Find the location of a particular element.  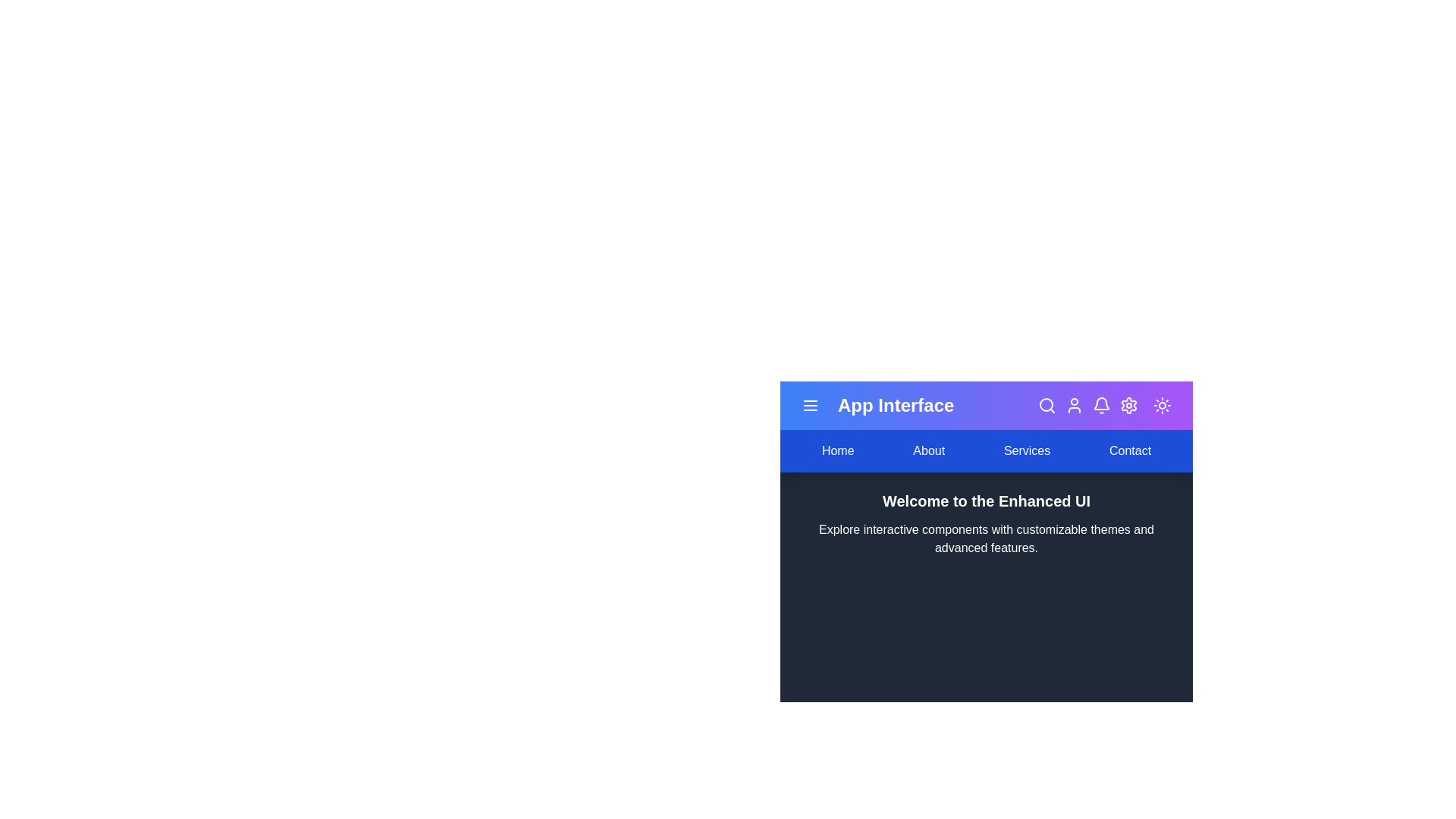

the navigation link labeled Services is located at coordinates (1026, 450).